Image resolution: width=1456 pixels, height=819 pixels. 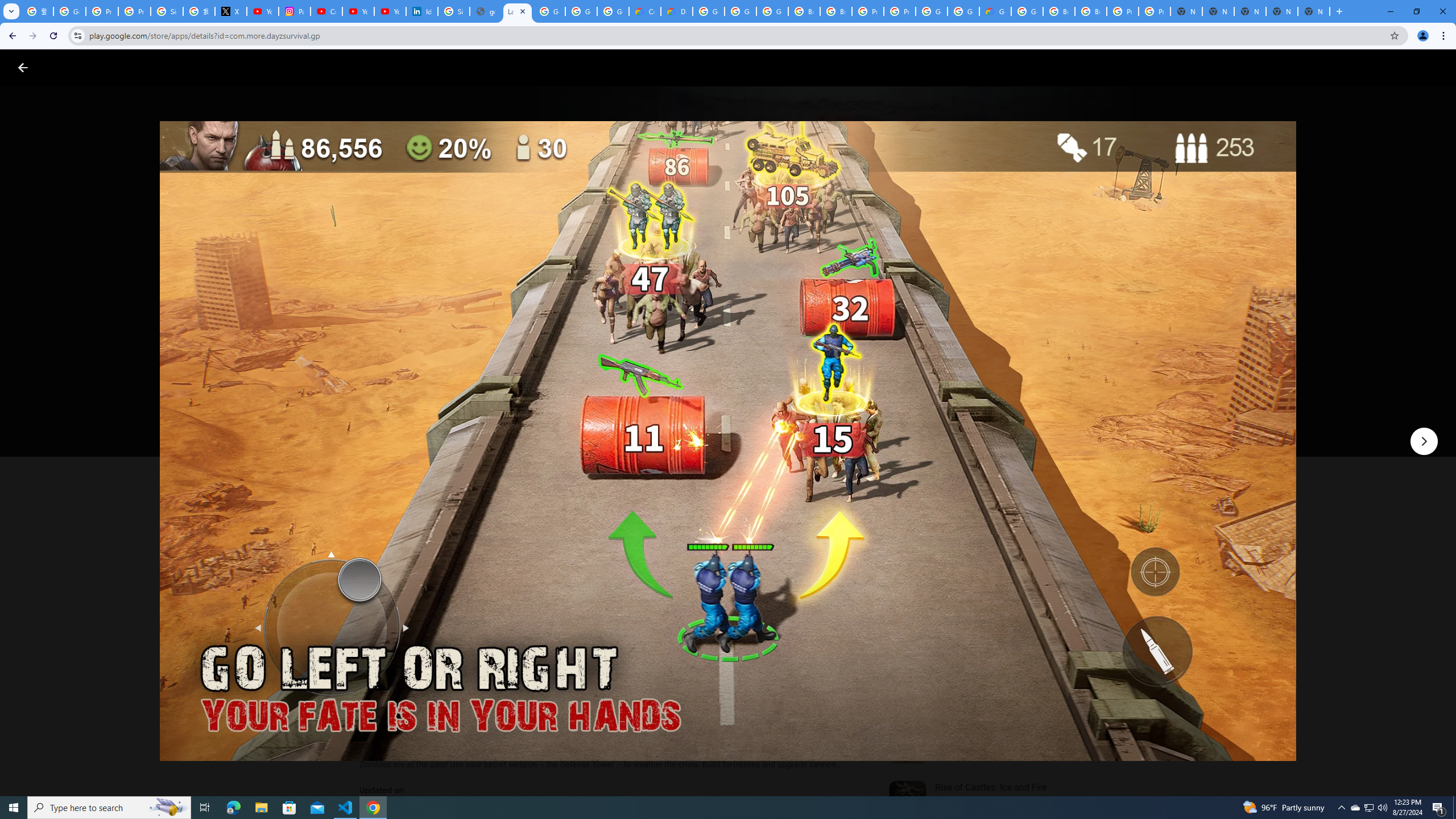 I want to click on 'Sign in - Google Accounts', so click(x=167, y=11).